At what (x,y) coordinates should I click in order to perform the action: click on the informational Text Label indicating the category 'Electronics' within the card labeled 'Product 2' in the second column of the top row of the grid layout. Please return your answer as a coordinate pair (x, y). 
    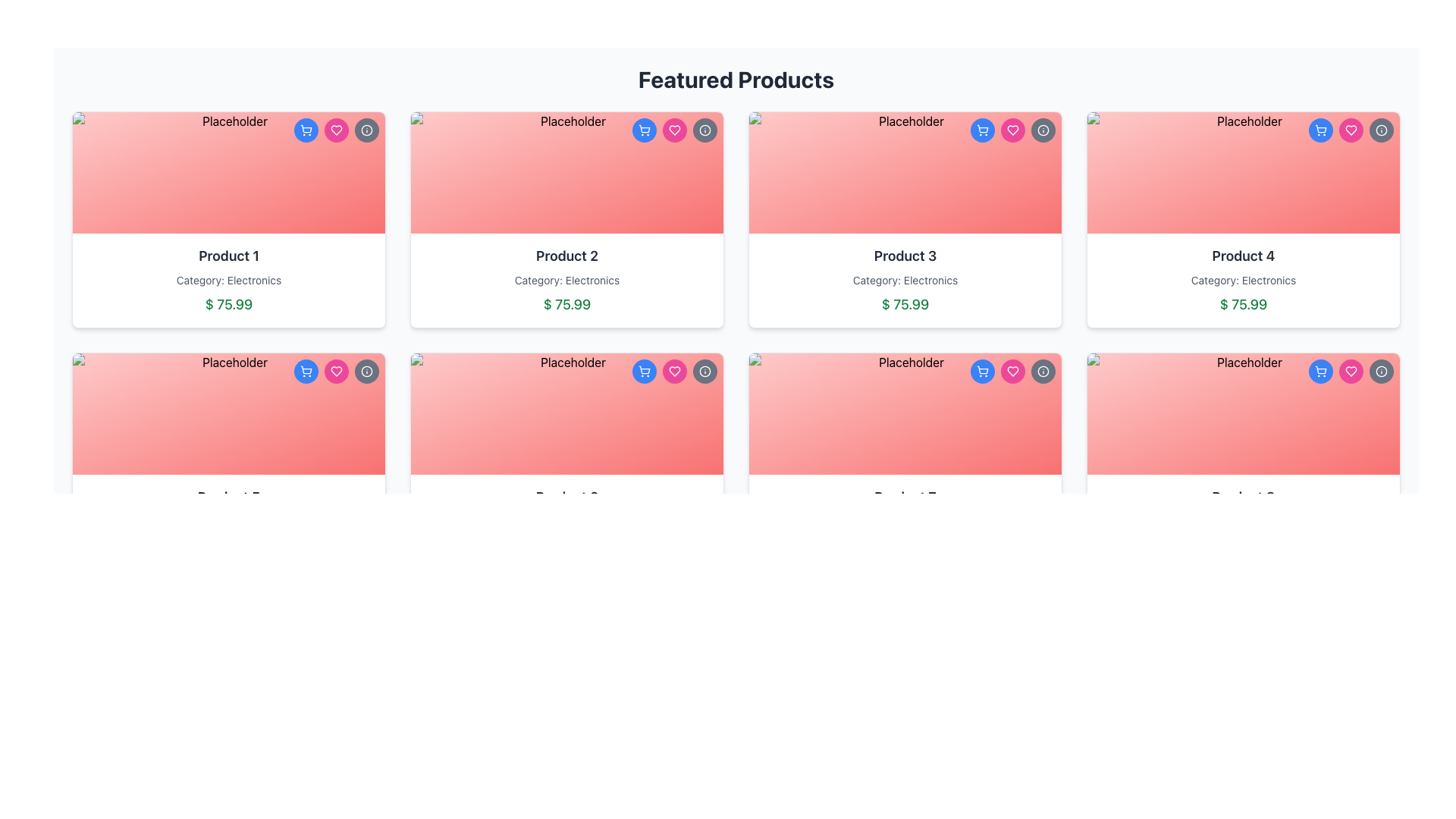
    Looking at the image, I should click on (566, 281).